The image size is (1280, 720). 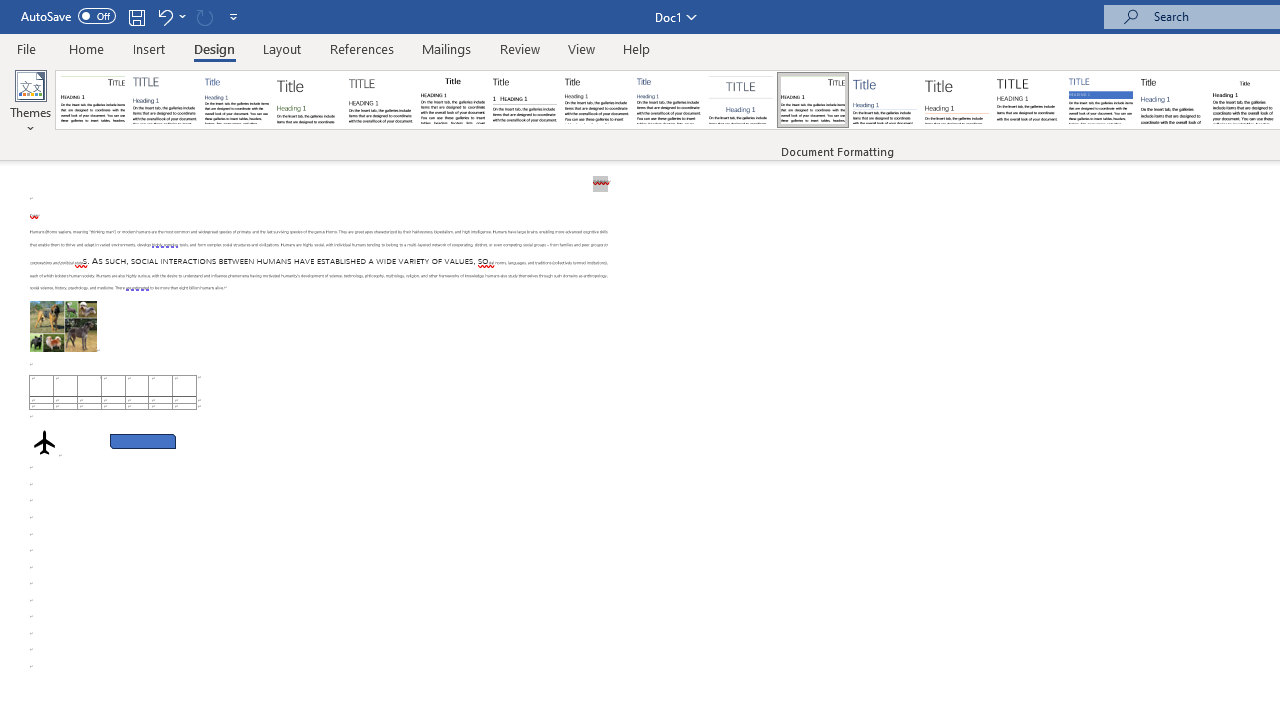 What do you see at coordinates (165, 100) in the screenshot?
I see `'Basic (Elegant)'` at bounding box center [165, 100].